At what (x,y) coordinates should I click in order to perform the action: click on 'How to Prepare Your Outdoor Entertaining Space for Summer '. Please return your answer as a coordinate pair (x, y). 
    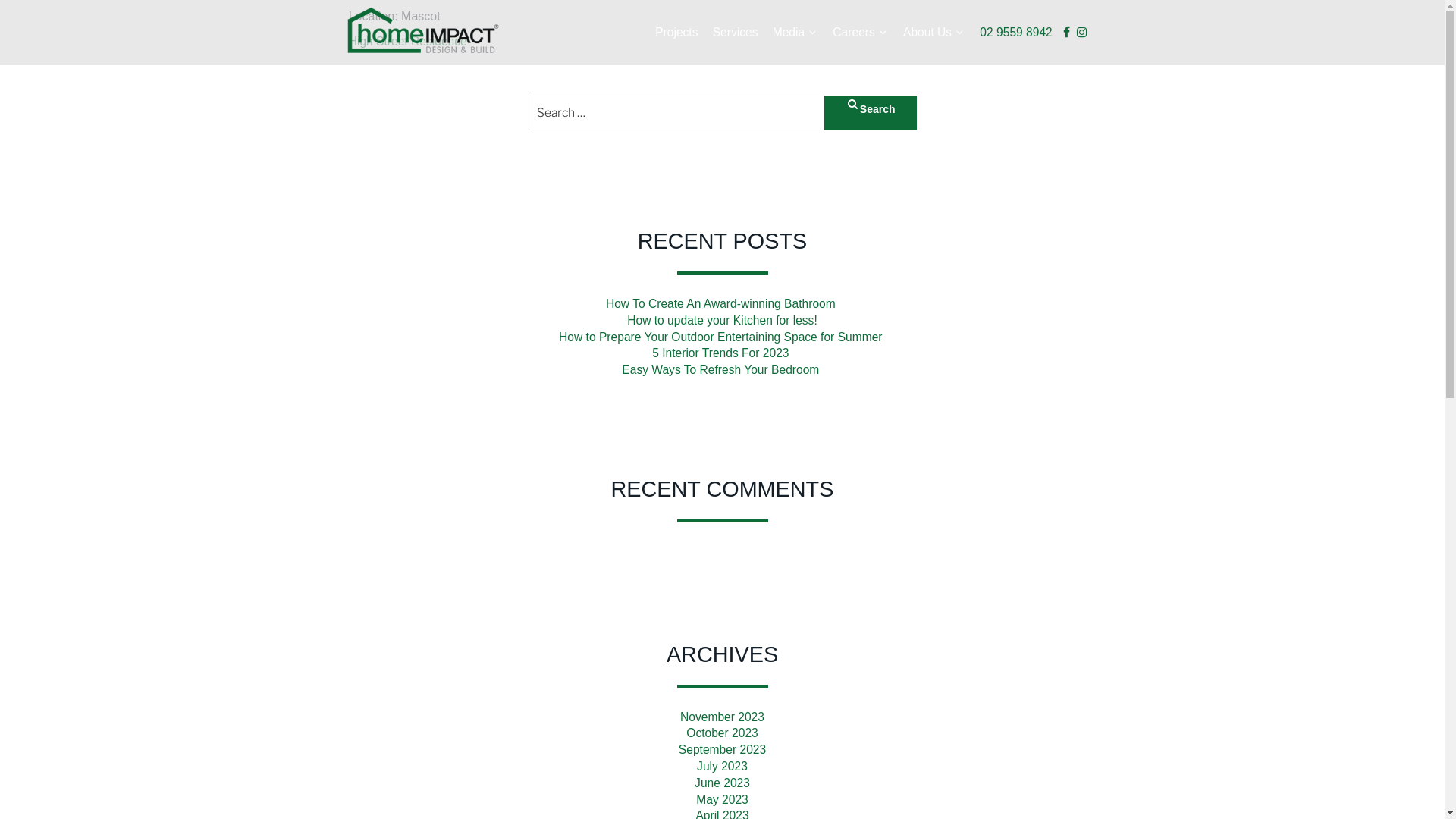
    Looking at the image, I should click on (721, 336).